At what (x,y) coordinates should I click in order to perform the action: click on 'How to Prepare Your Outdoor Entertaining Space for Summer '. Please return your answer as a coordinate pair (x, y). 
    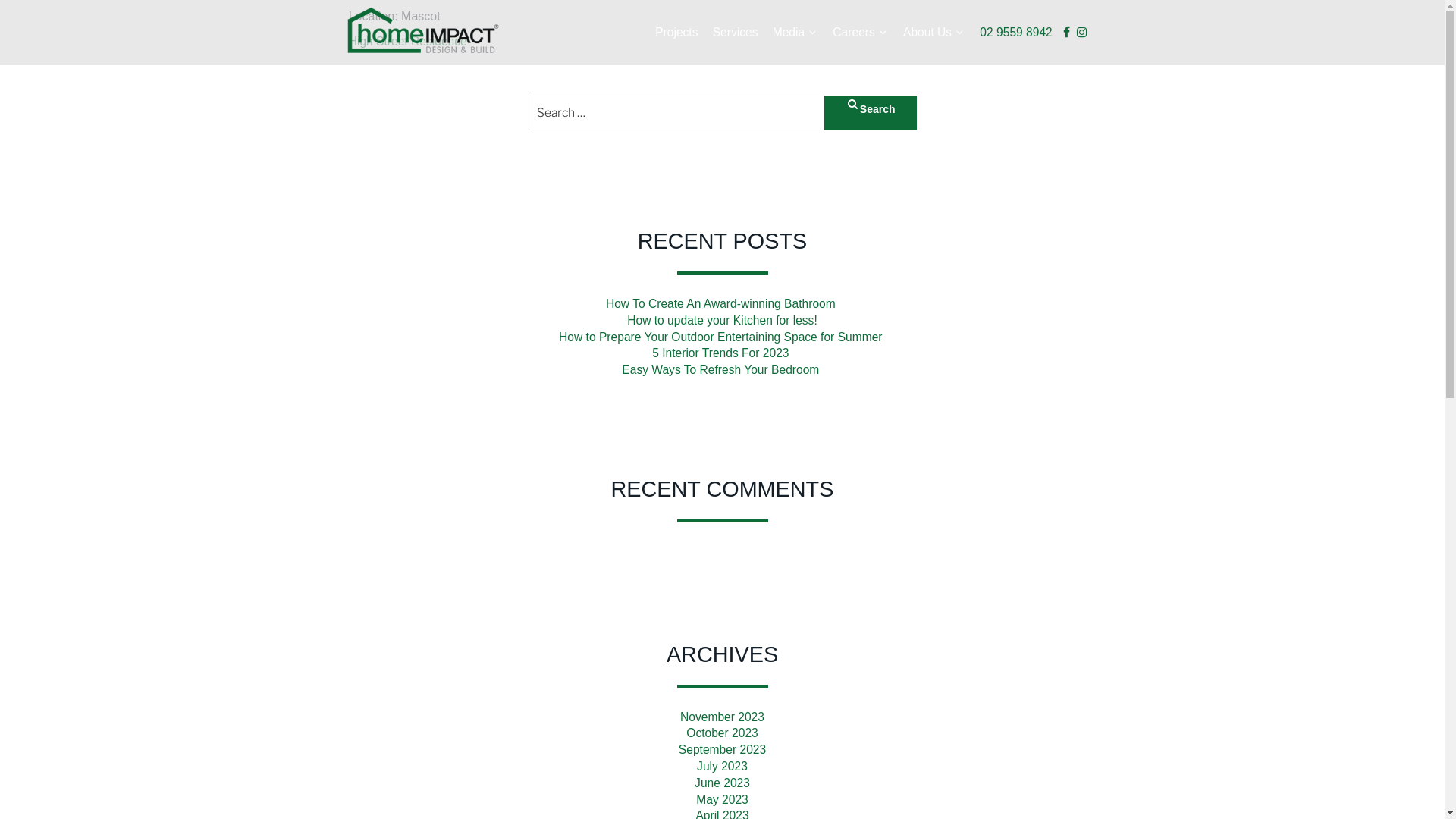
    Looking at the image, I should click on (721, 336).